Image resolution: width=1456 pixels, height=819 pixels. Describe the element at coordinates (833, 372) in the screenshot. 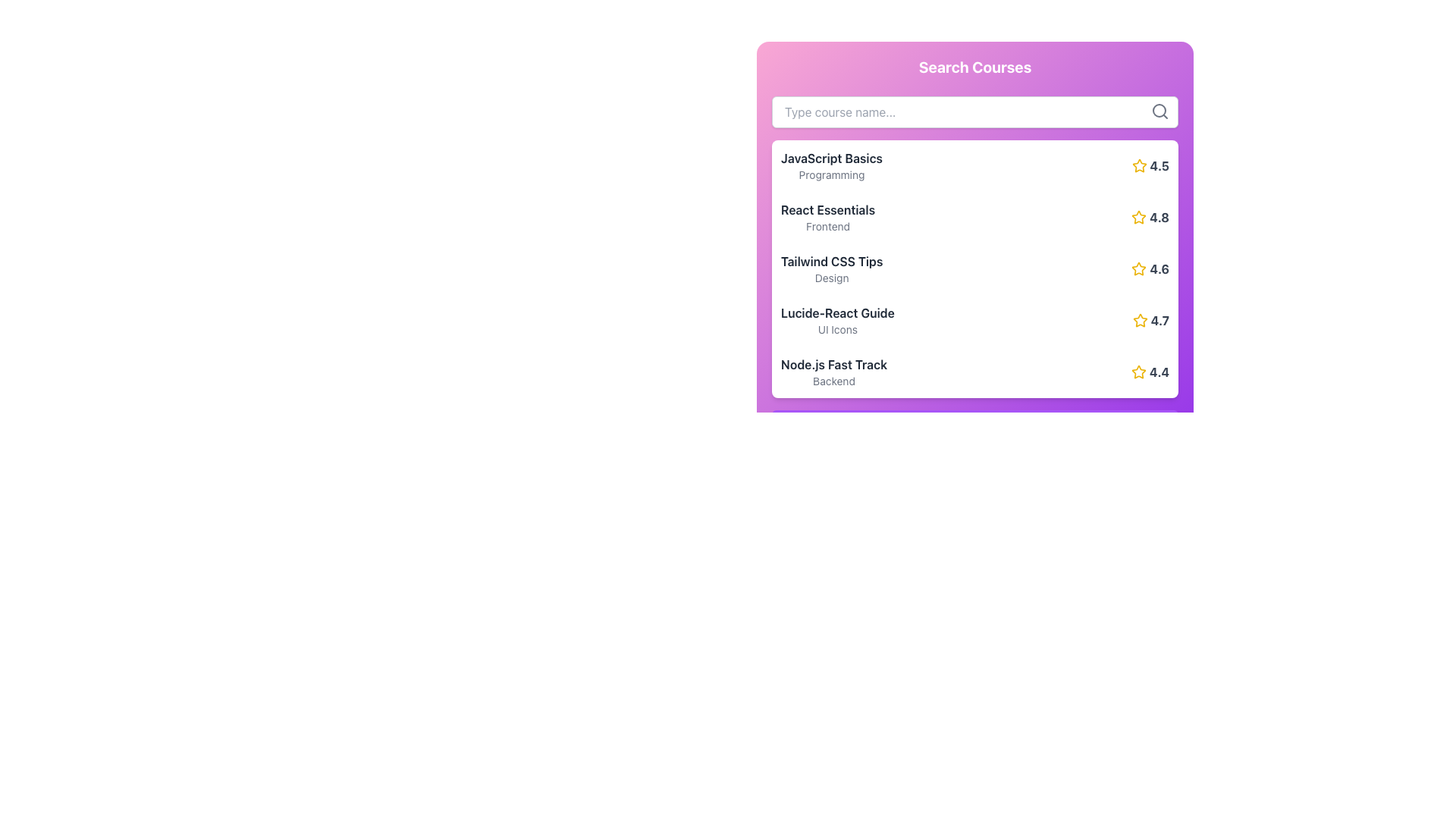

I see `the Text Display element that shows the title 'Node.js Fast Track' and category 'Backend' in the course selection list` at that location.